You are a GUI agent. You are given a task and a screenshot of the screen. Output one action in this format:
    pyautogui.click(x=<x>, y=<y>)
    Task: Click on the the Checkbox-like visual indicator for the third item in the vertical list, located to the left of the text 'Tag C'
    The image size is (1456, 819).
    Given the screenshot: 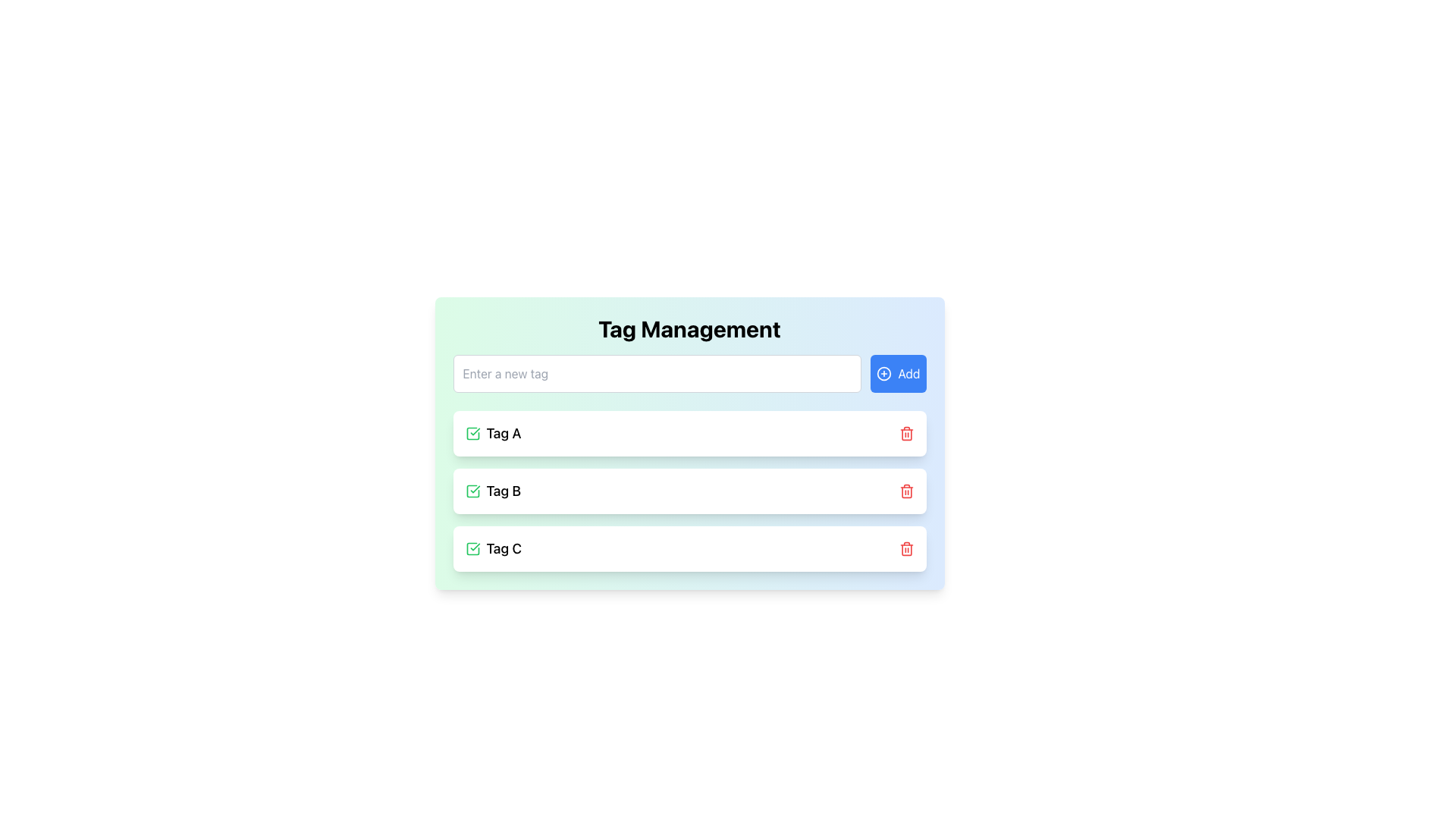 What is the action you would take?
    pyautogui.click(x=472, y=549)
    